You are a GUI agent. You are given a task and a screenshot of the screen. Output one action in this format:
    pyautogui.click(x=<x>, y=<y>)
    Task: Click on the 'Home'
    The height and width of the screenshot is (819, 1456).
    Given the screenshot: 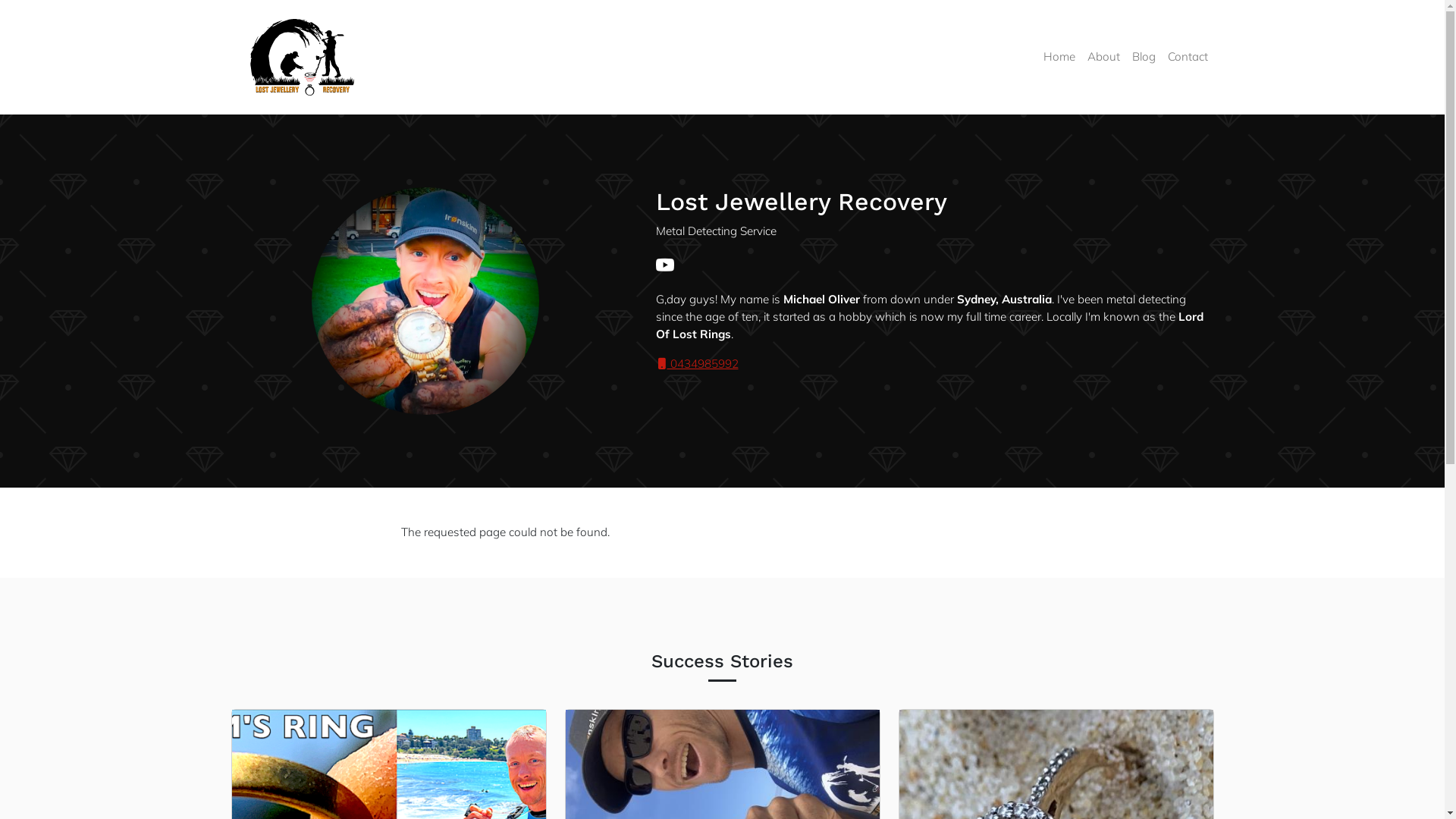 What is the action you would take?
    pyautogui.click(x=1058, y=56)
    